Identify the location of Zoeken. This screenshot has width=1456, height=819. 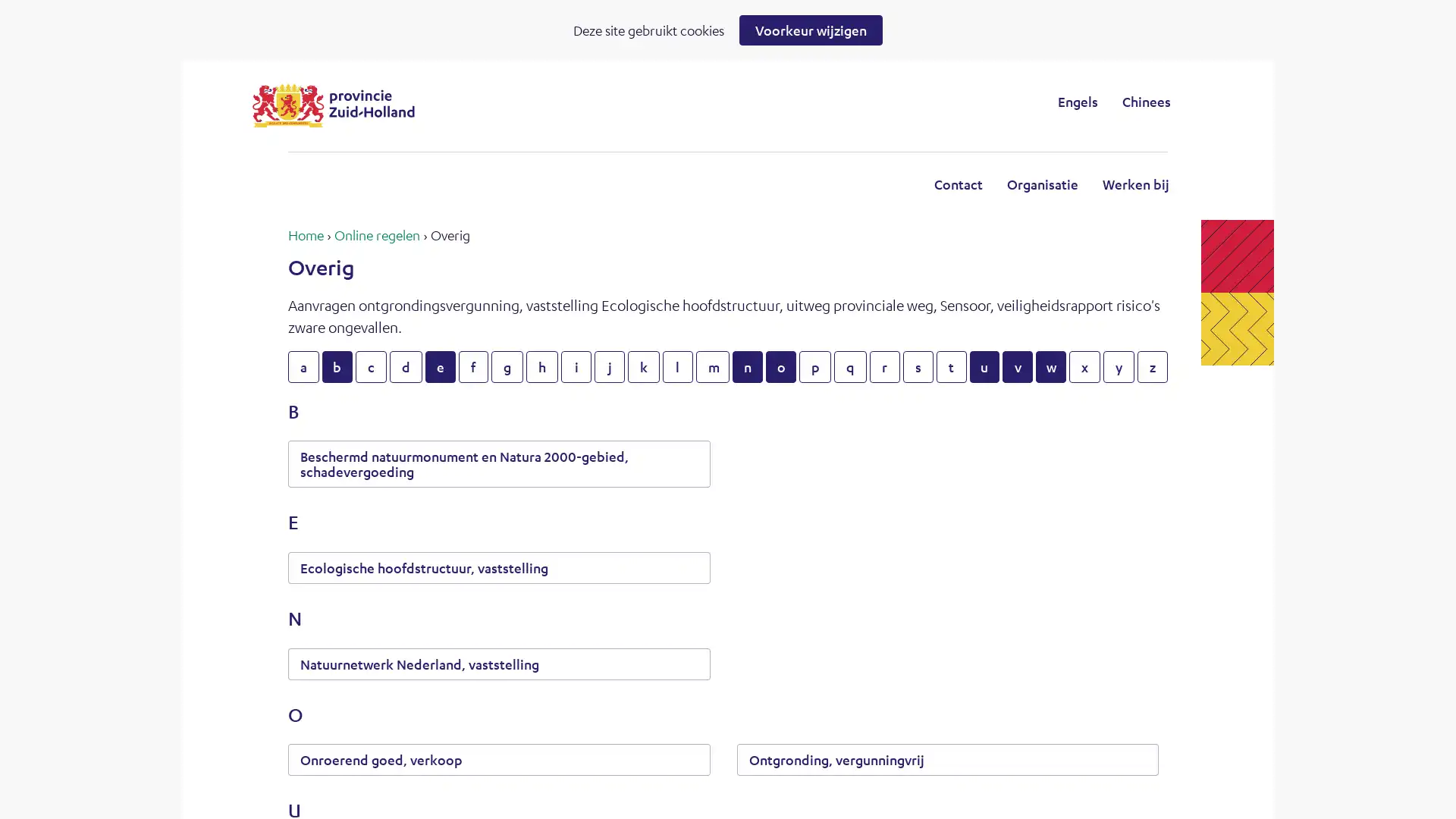
(852, 101).